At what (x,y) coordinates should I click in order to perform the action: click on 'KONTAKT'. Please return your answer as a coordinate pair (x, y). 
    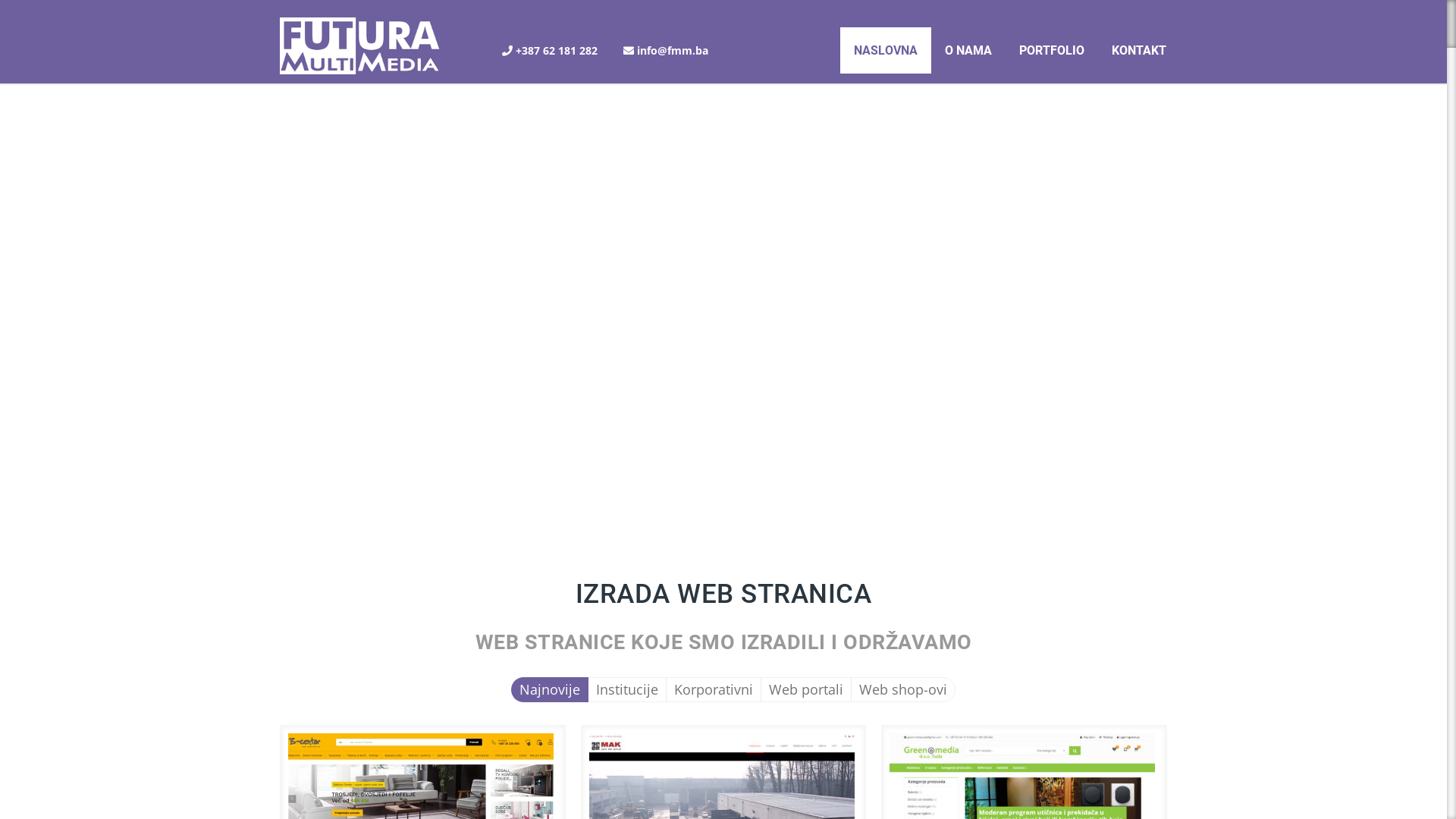
    Looking at the image, I should click on (1139, 49).